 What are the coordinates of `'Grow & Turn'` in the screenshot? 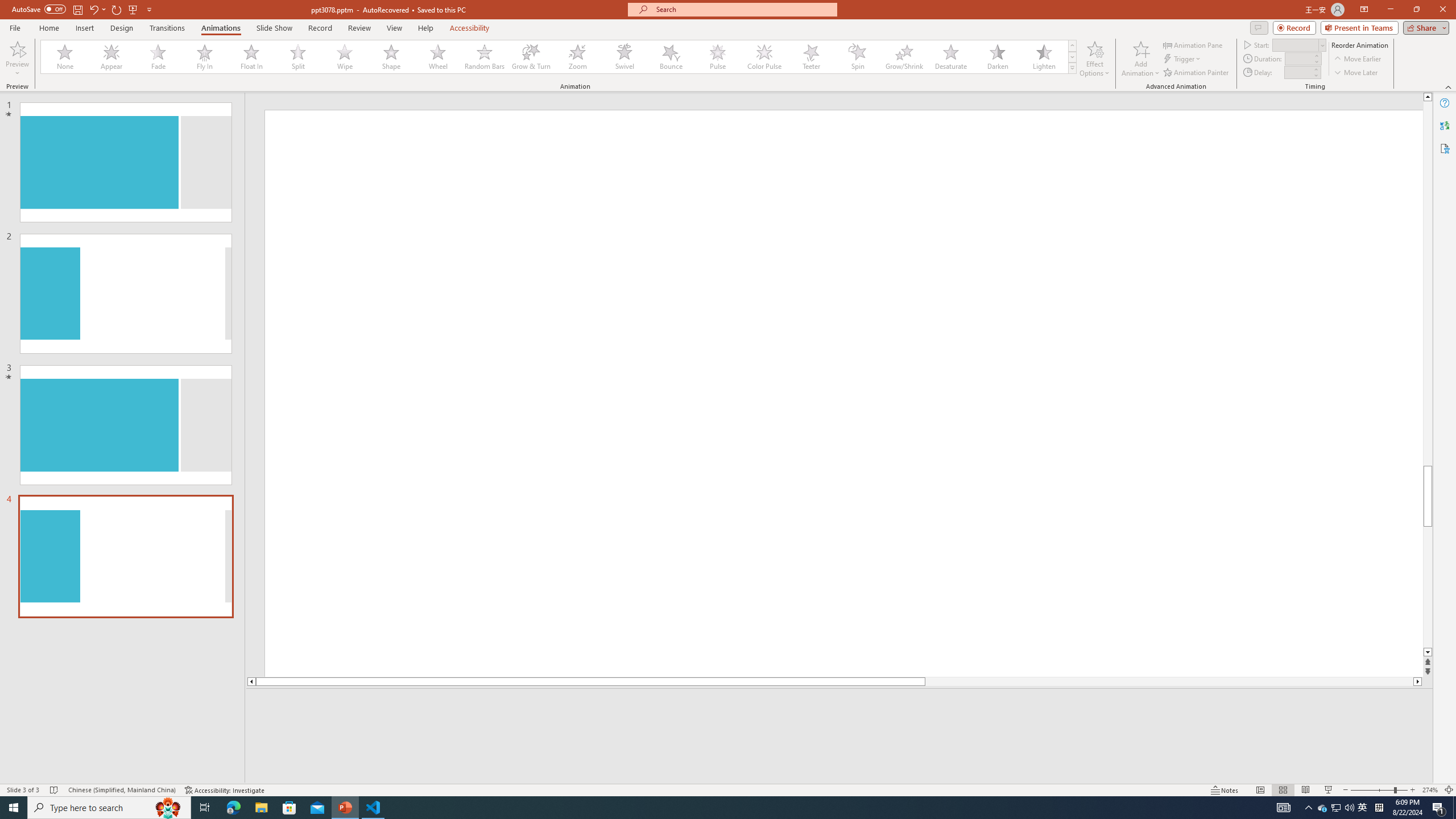 It's located at (531, 56).